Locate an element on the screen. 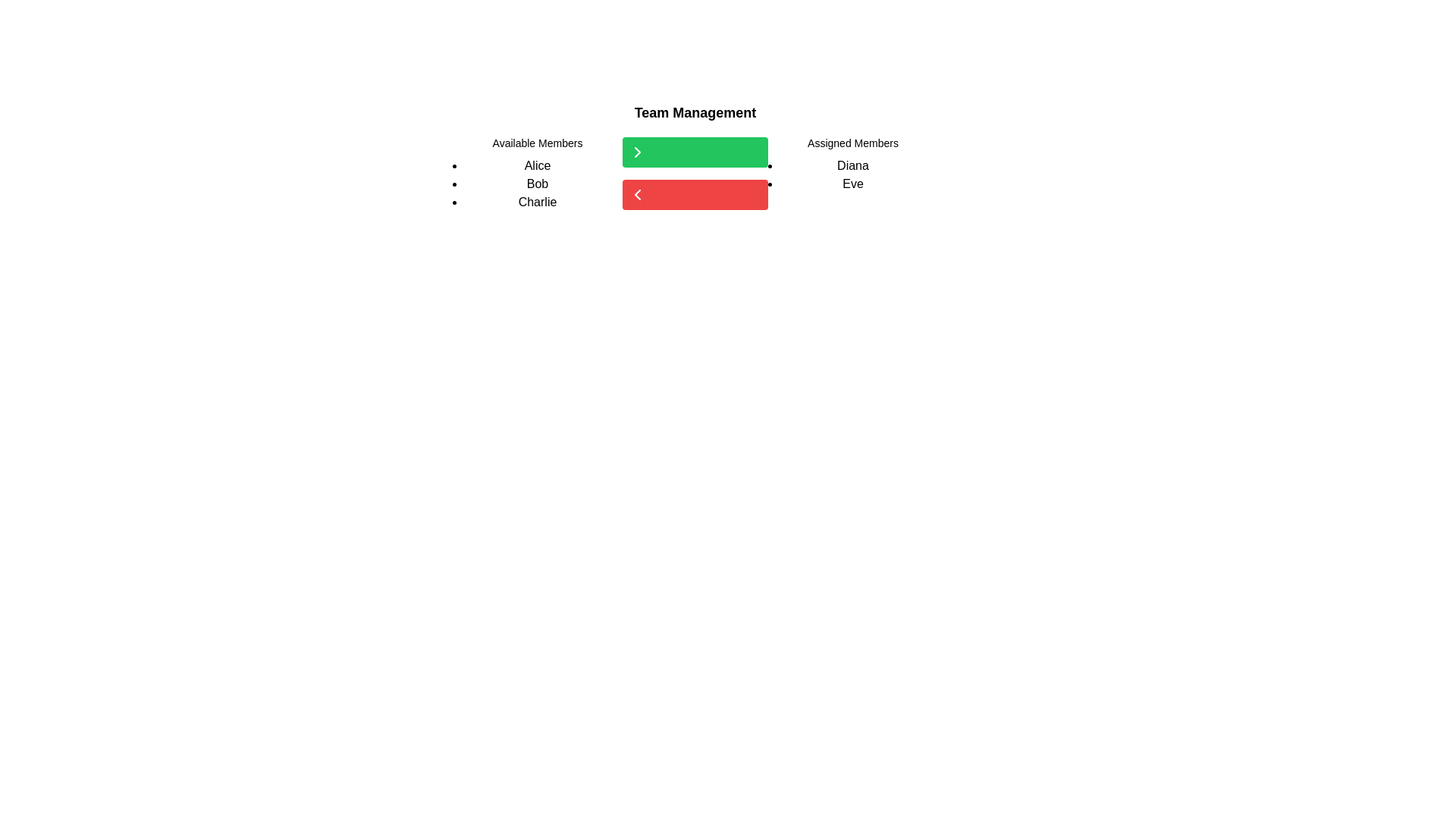 The height and width of the screenshot is (819, 1456). the text label representing 'Bob' in the 'Available Members' list is located at coordinates (538, 184).